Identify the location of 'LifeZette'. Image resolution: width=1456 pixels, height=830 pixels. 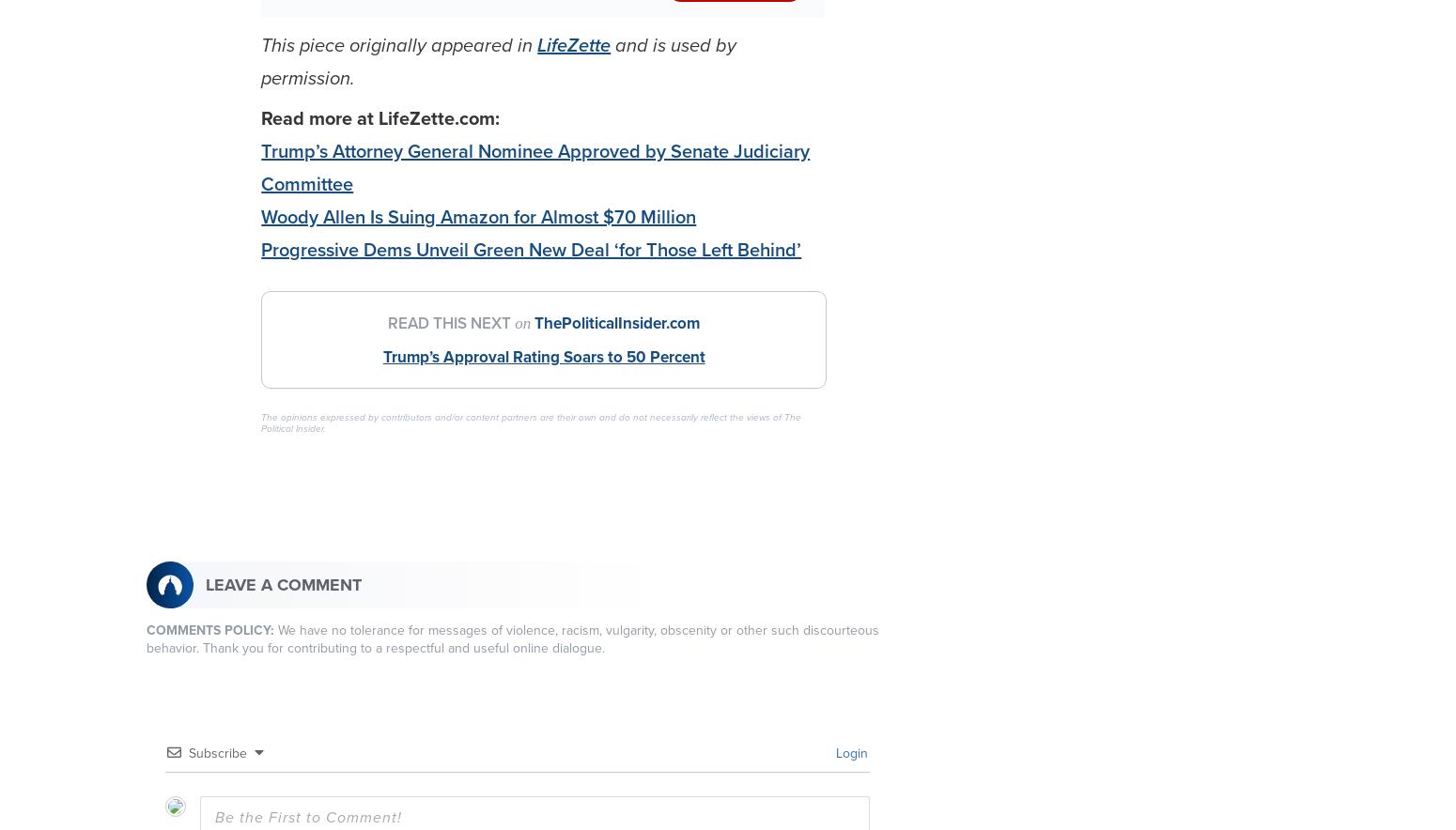
(536, 44).